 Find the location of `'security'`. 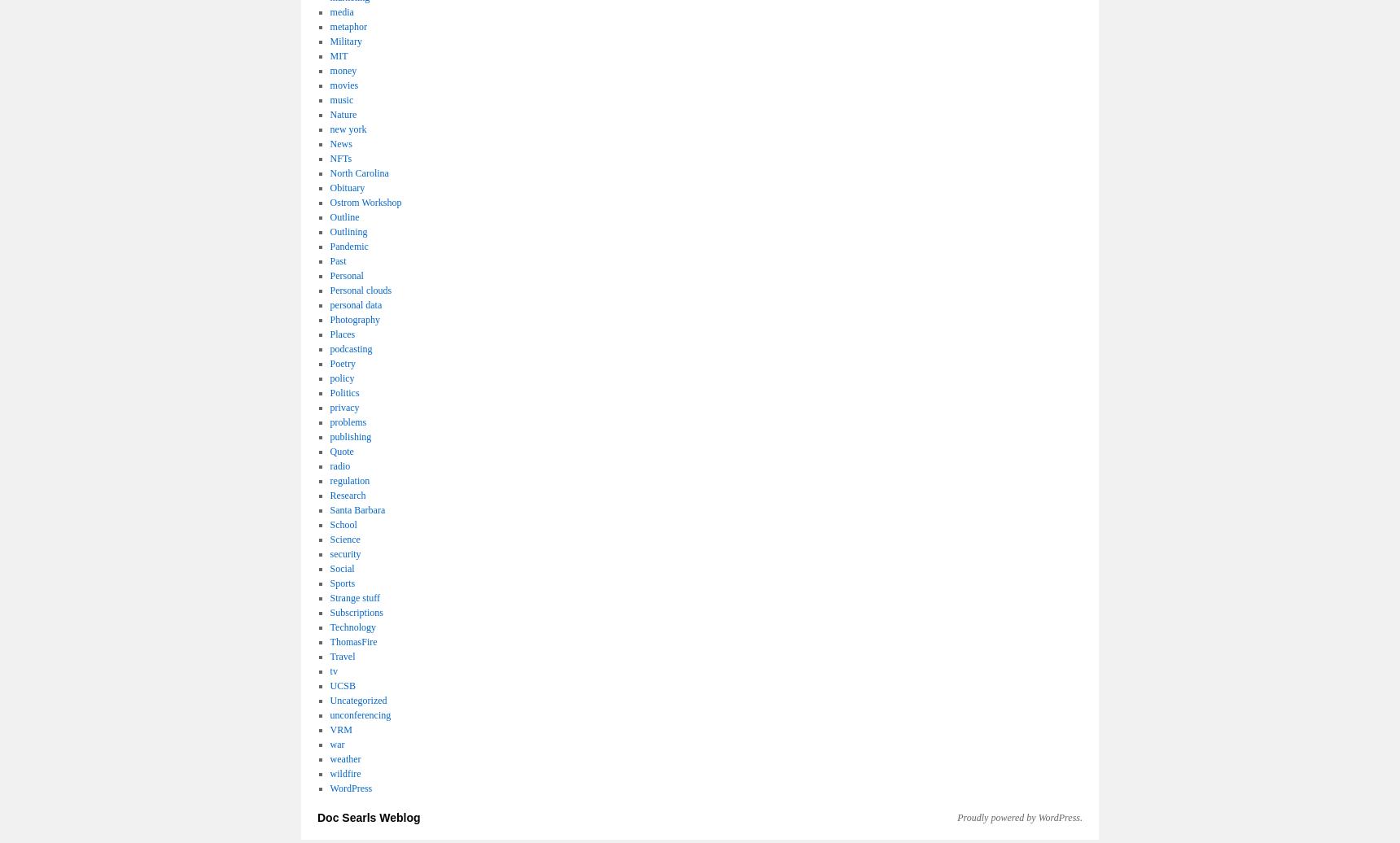

'security' is located at coordinates (344, 553).